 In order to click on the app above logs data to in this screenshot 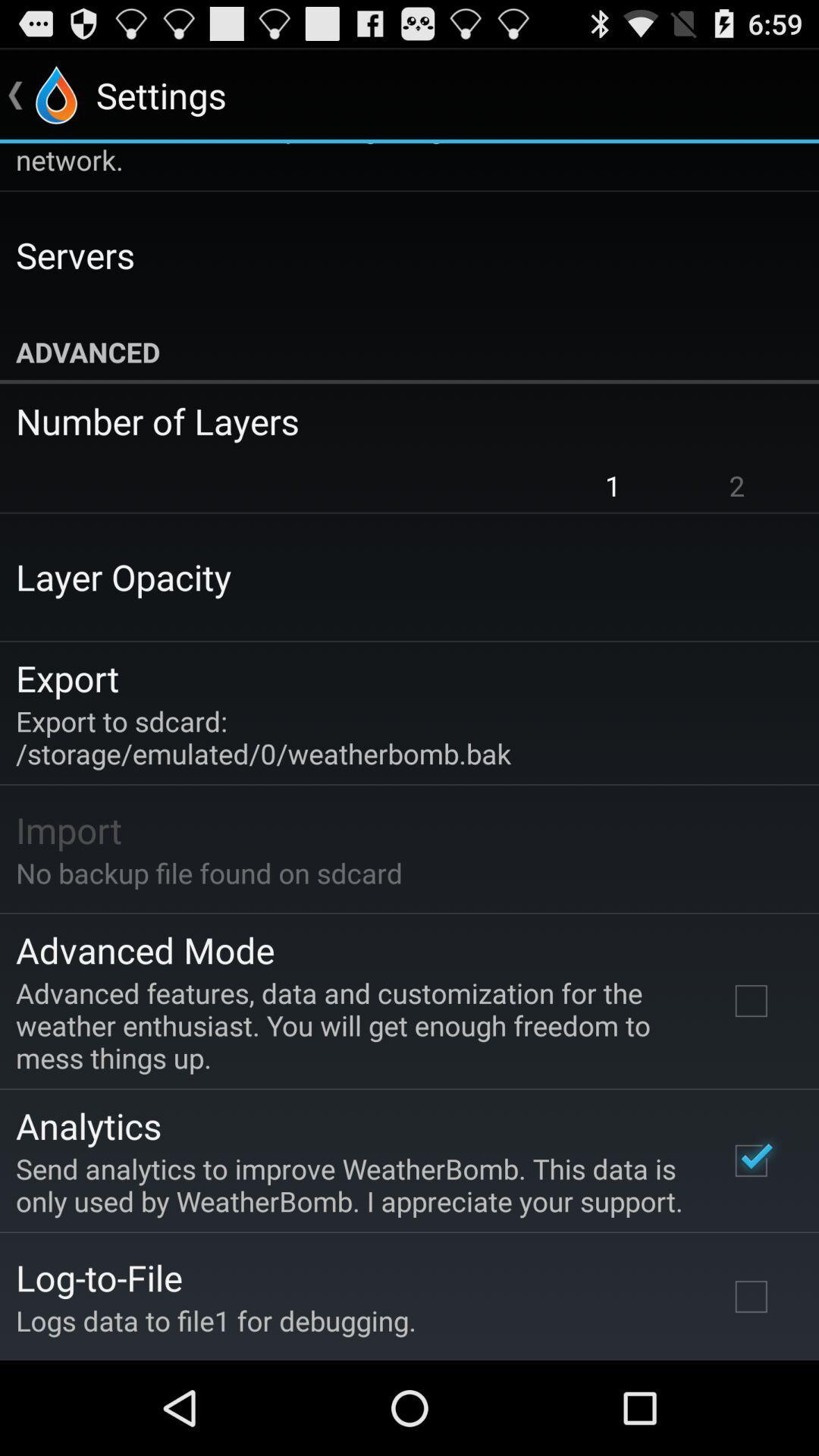, I will do `click(99, 1276)`.